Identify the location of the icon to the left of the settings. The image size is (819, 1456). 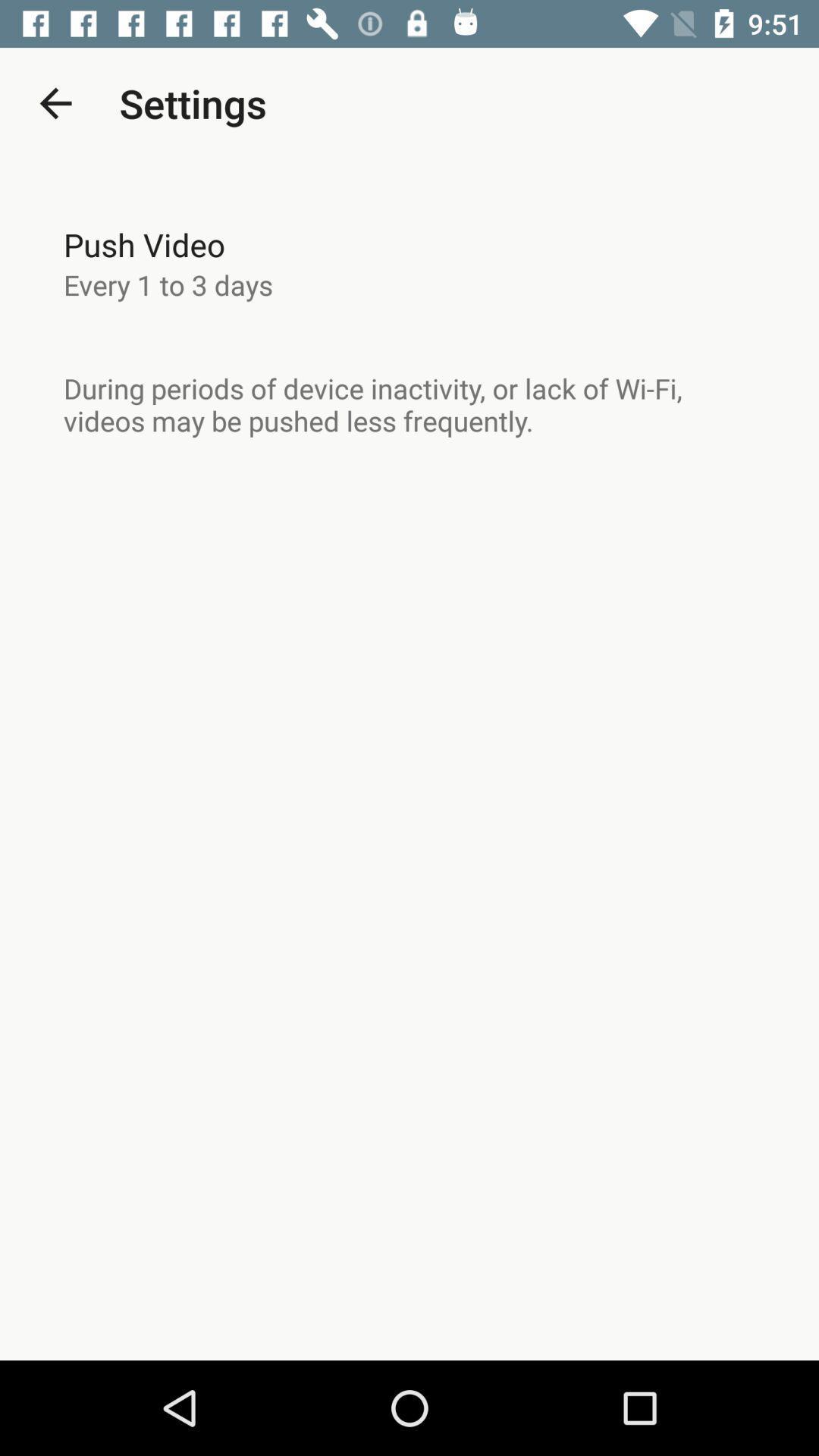
(55, 102).